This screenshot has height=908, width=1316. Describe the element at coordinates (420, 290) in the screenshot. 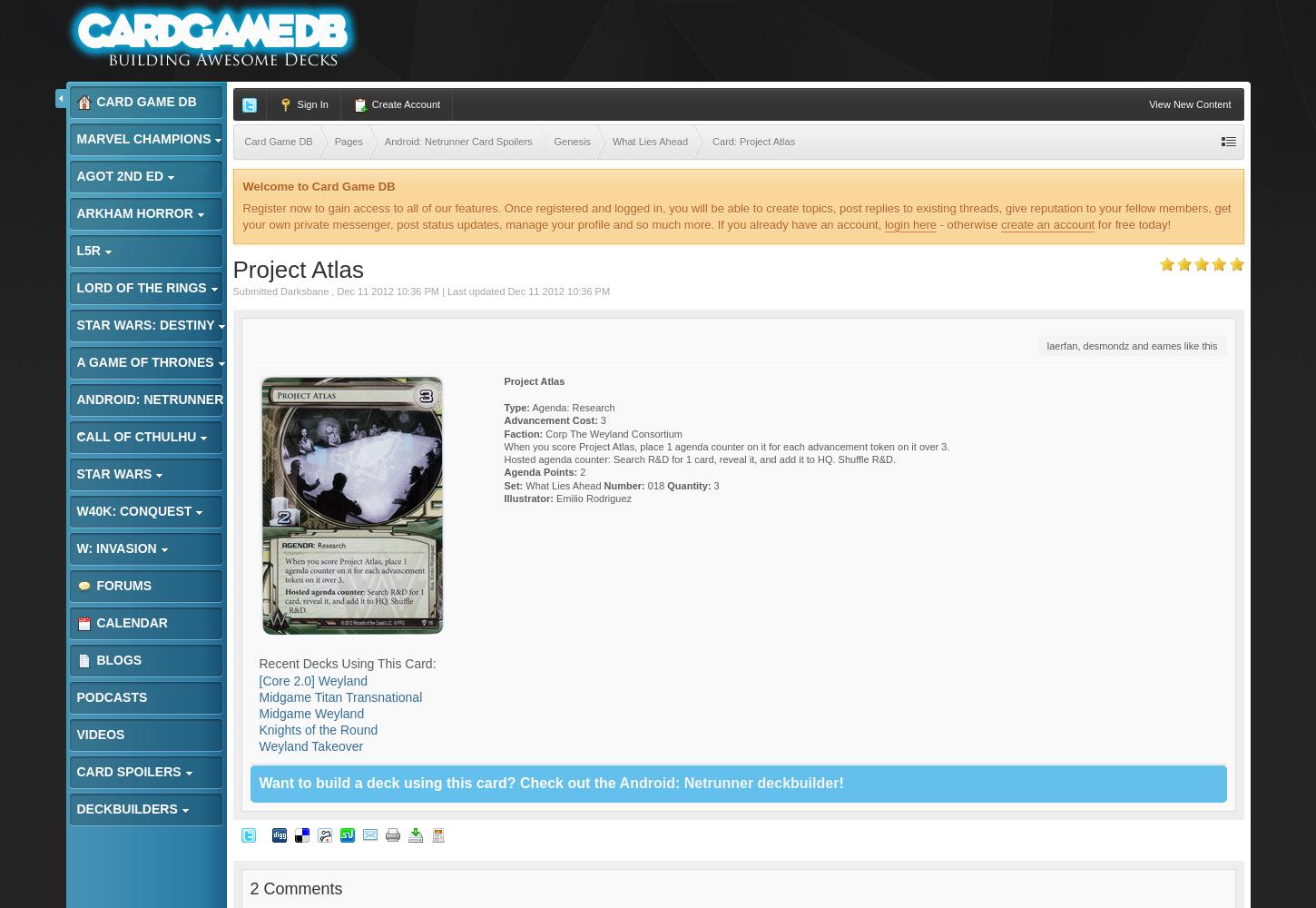

I see `'Submitted 
	Darksbane
, Dec 11 2012 10:36 PM | Last updated Dec 11 2012 10:36 PM'` at that location.